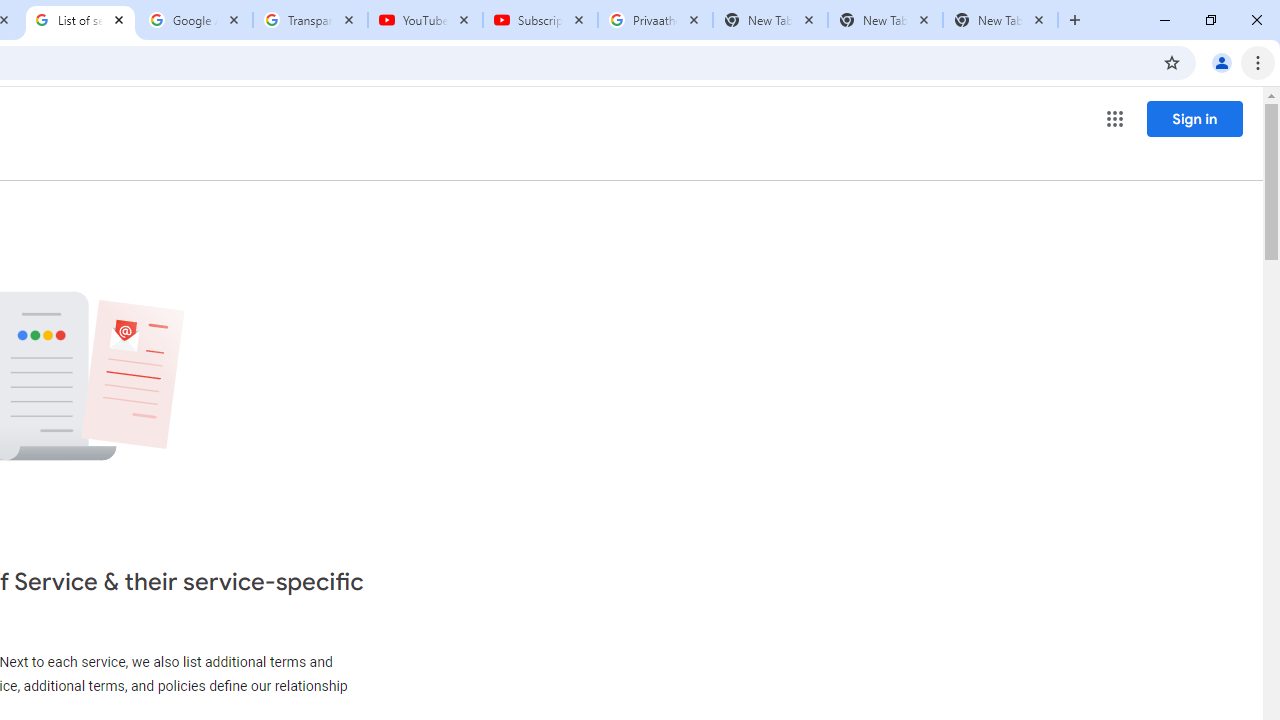 The width and height of the screenshot is (1280, 720). What do you see at coordinates (423, 20) in the screenshot?
I see `'YouTube'` at bounding box center [423, 20].